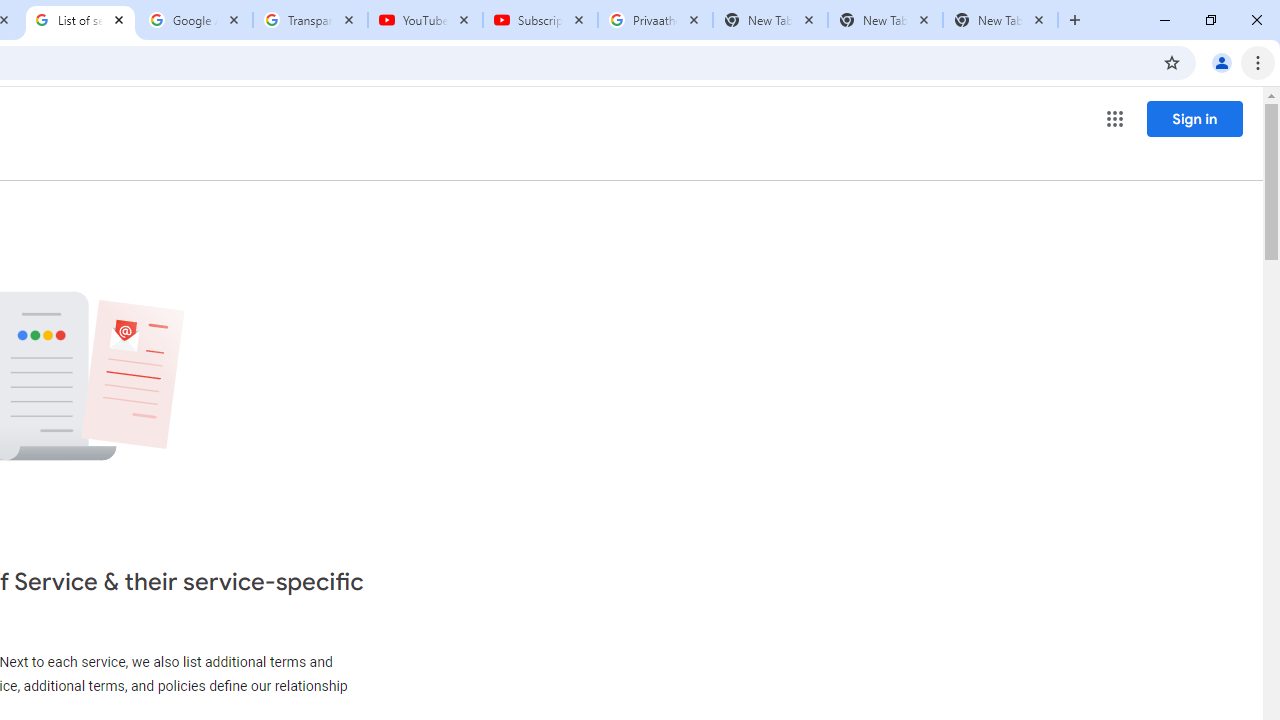 The width and height of the screenshot is (1280, 720). What do you see at coordinates (423, 20) in the screenshot?
I see `'YouTube'` at bounding box center [423, 20].